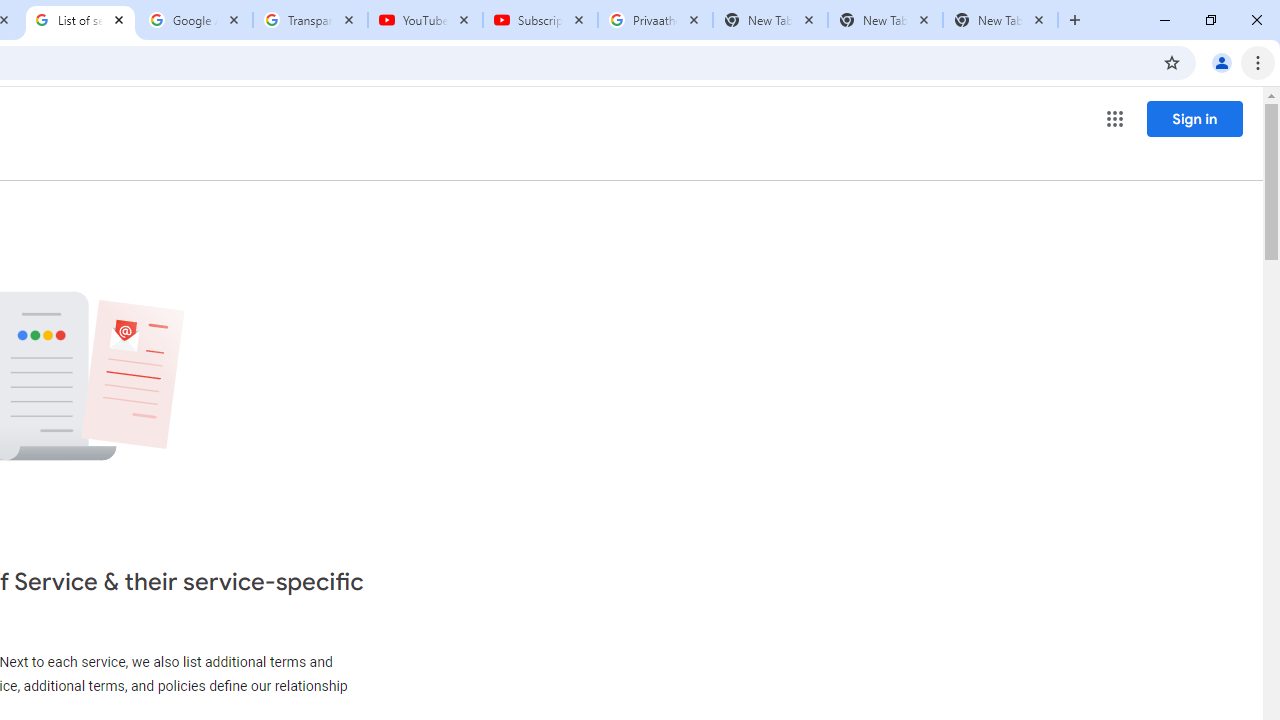 The width and height of the screenshot is (1280, 720). What do you see at coordinates (423, 20) in the screenshot?
I see `'YouTube'` at bounding box center [423, 20].